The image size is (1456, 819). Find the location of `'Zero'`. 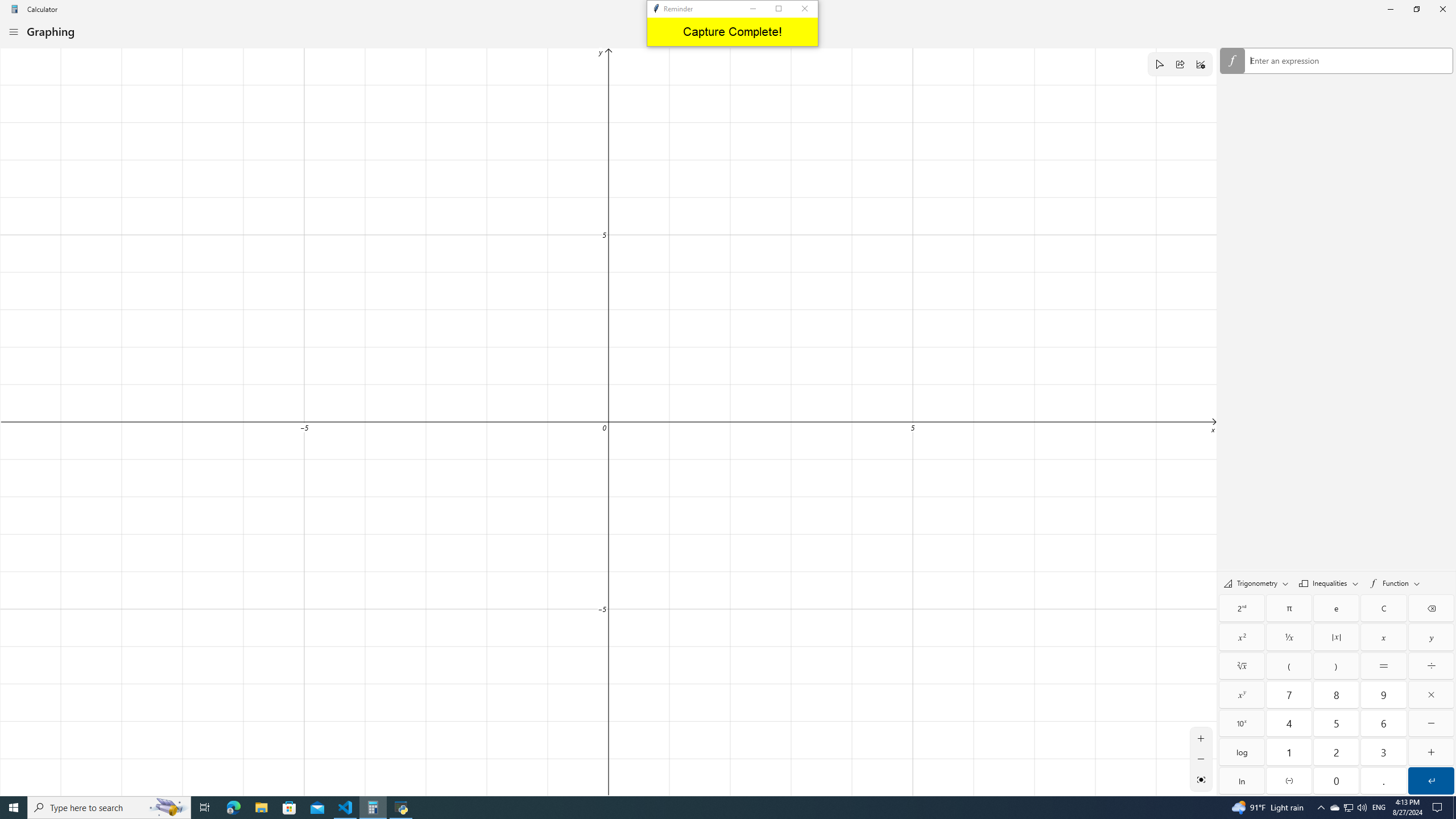

'Zero' is located at coordinates (1336, 780).